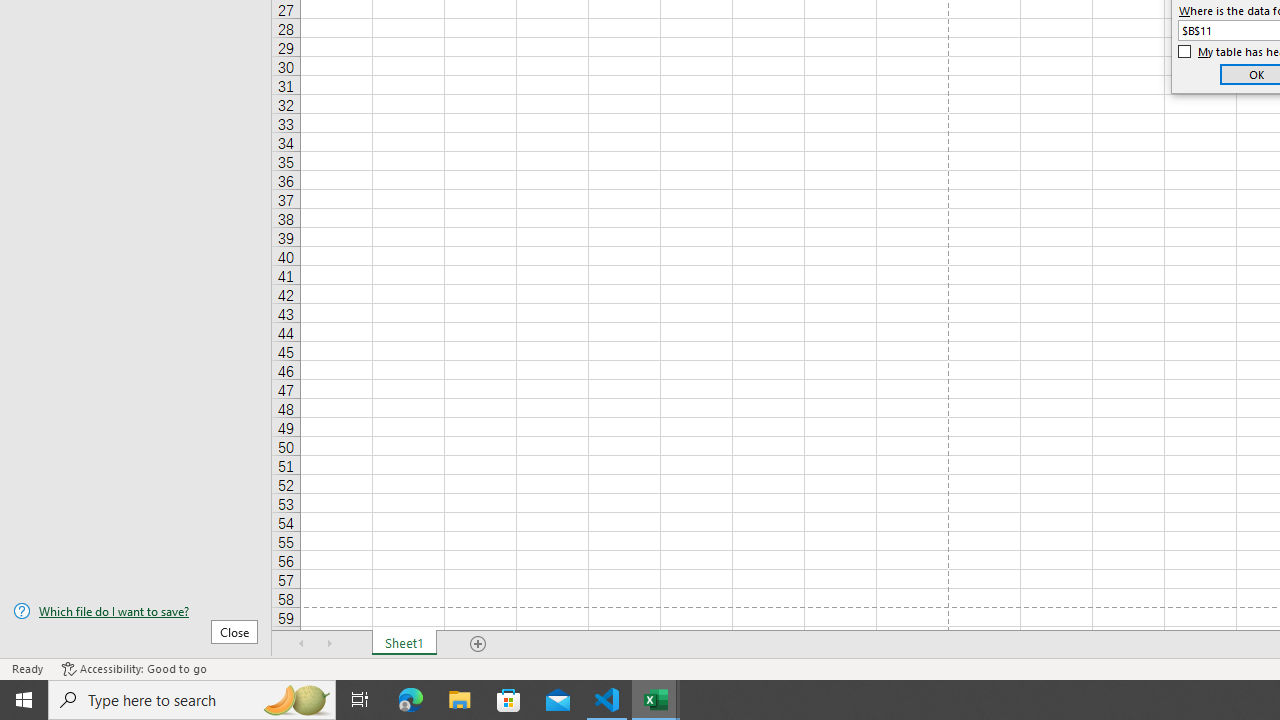 Image resolution: width=1280 pixels, height=720 pixels. I want to click on 'Close', so click(234, 631).